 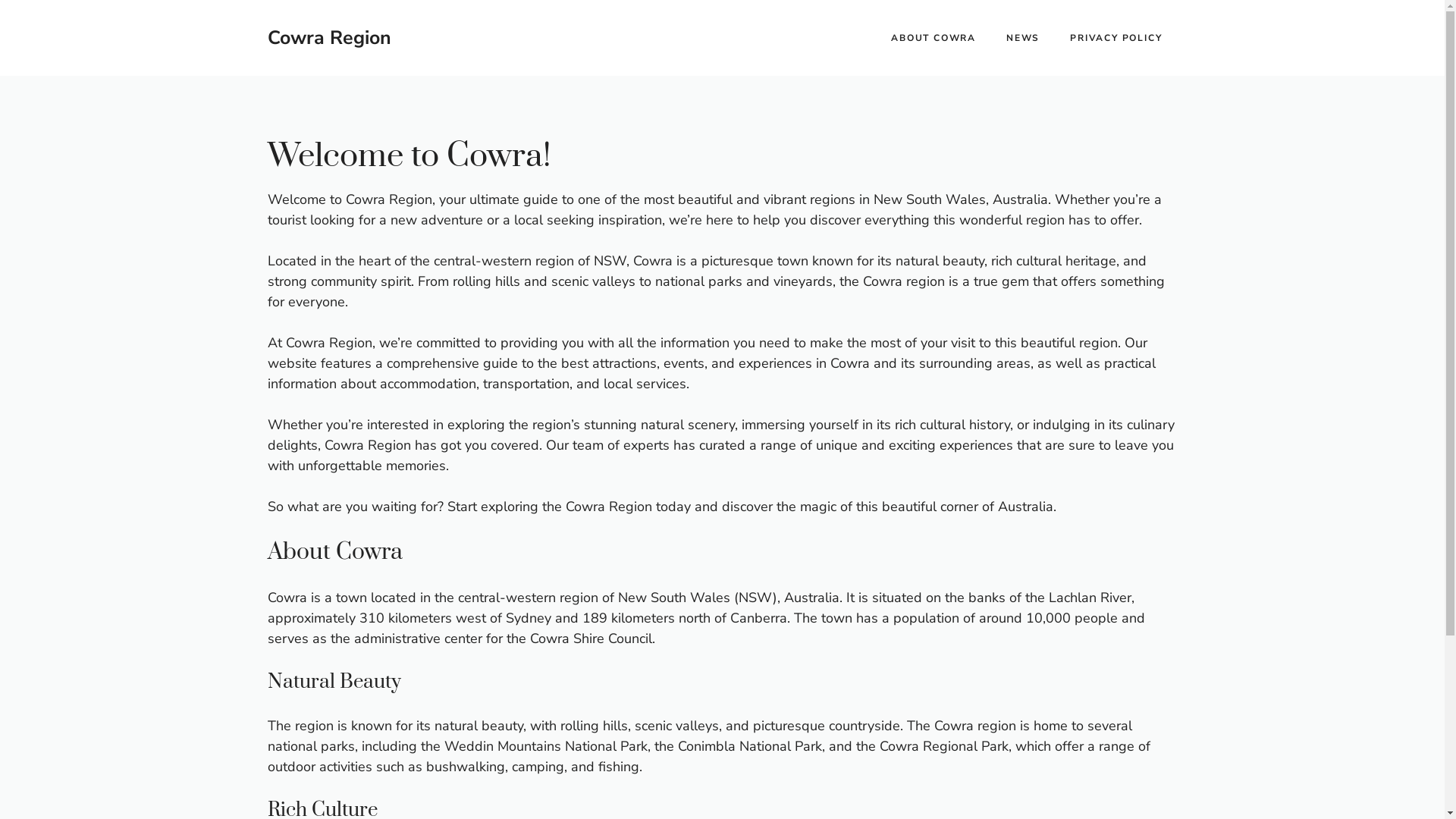 I want to click on 'Cowra Region', so click(x=266, y=37).